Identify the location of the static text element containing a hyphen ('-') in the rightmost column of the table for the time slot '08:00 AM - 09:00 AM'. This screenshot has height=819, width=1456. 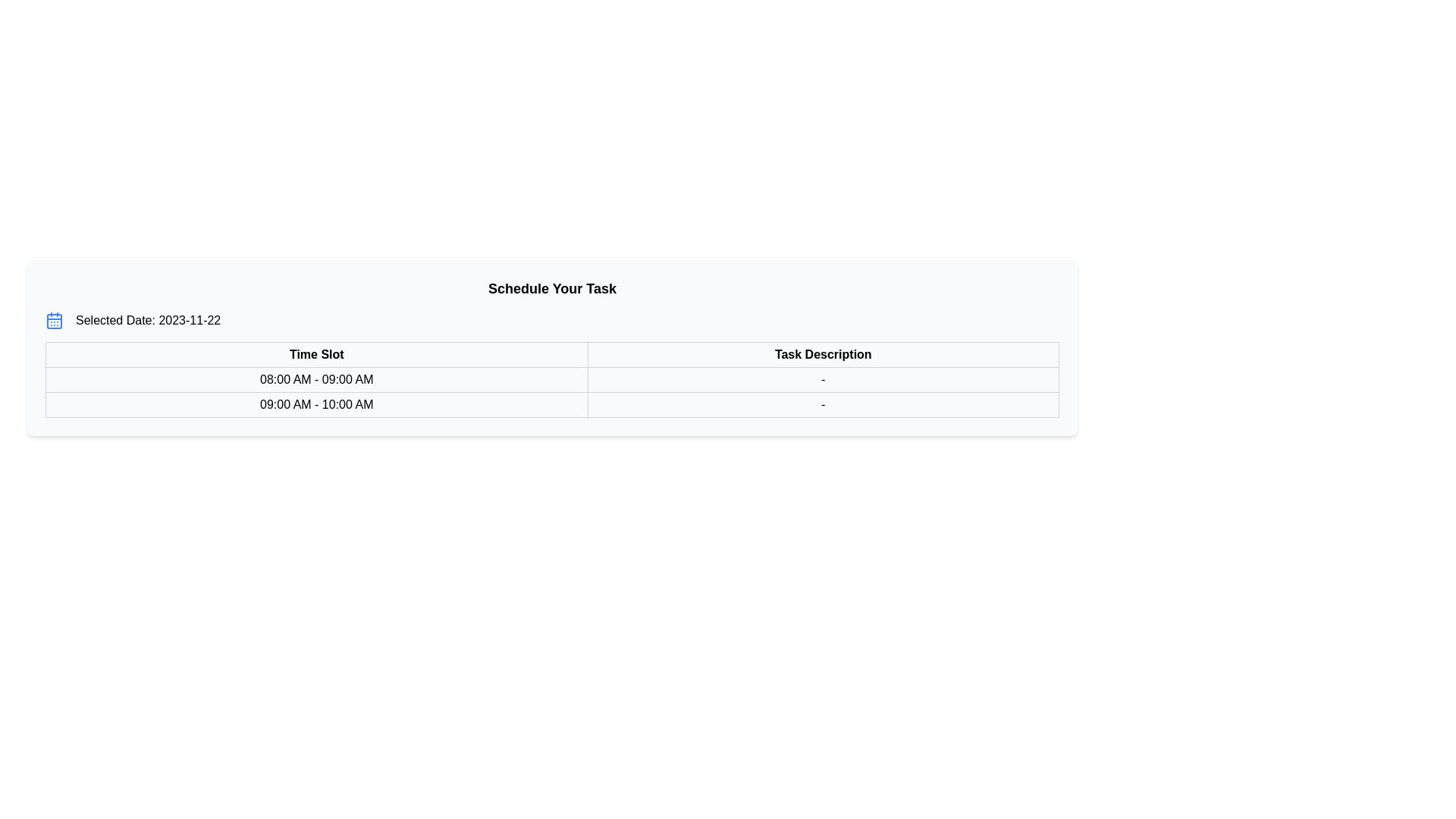
(822, 379).